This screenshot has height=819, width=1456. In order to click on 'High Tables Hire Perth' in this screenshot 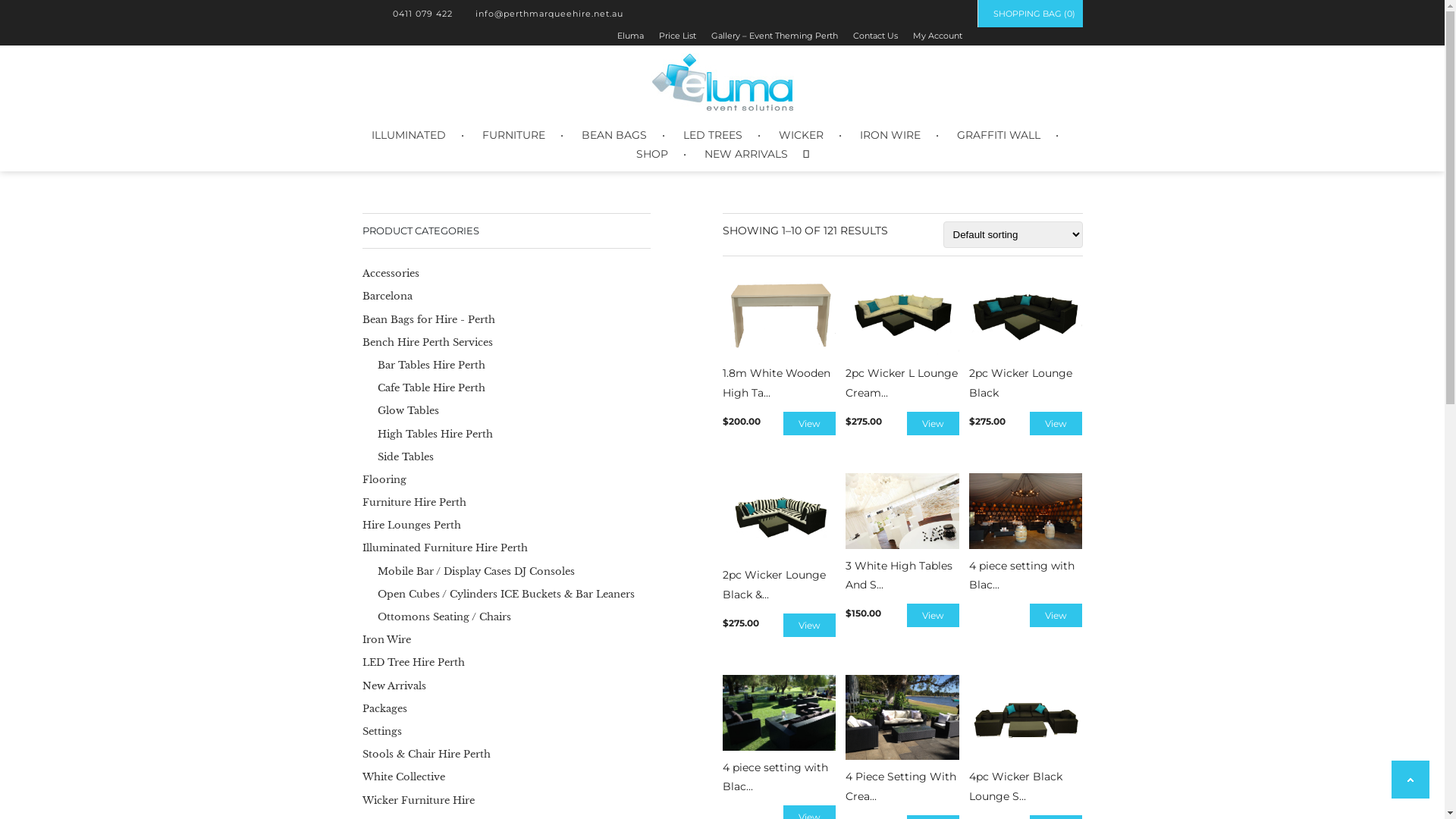, I will do `click(378, 434)`.